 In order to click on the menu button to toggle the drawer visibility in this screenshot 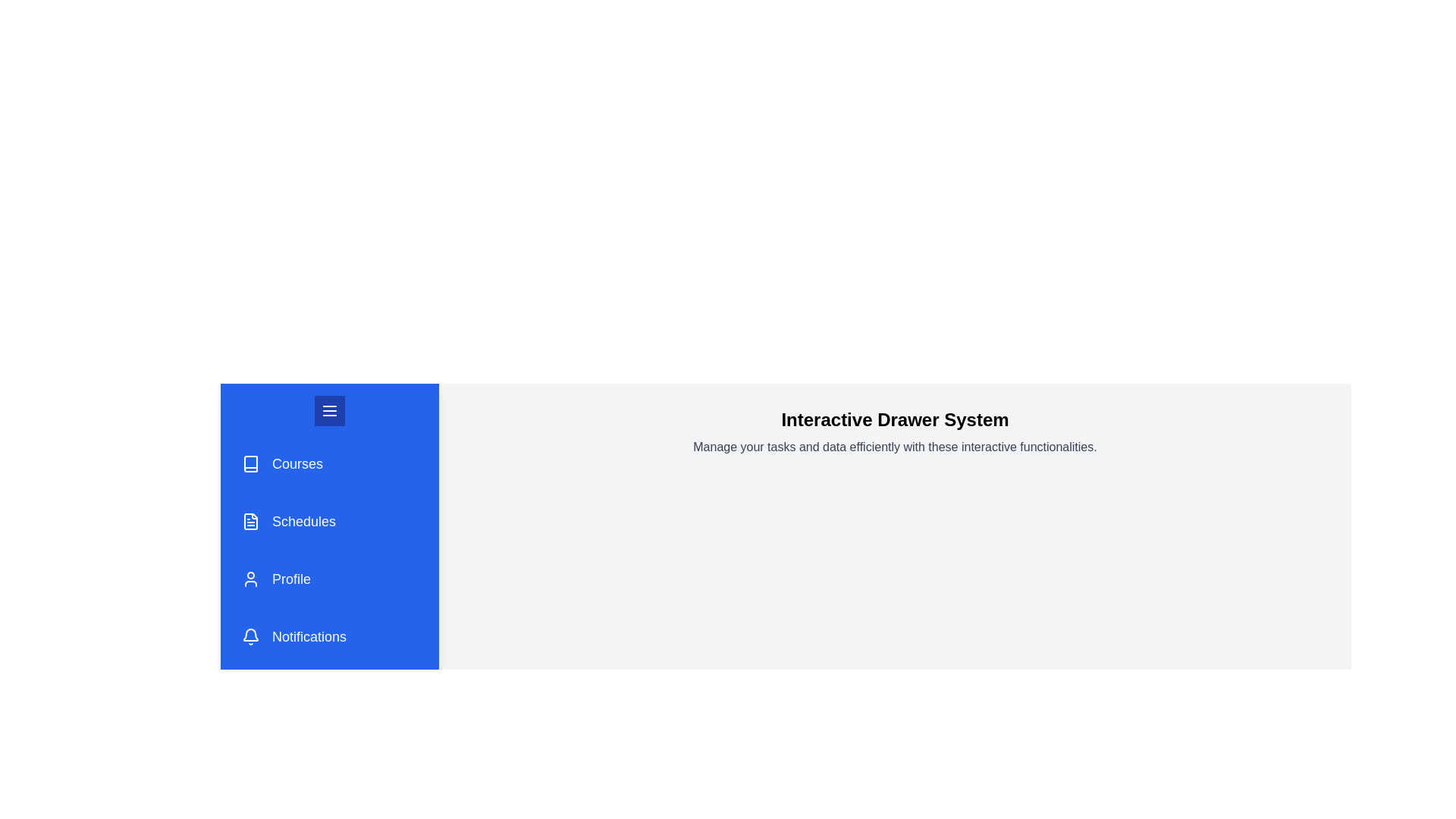, I will do `click(329, 411)`.